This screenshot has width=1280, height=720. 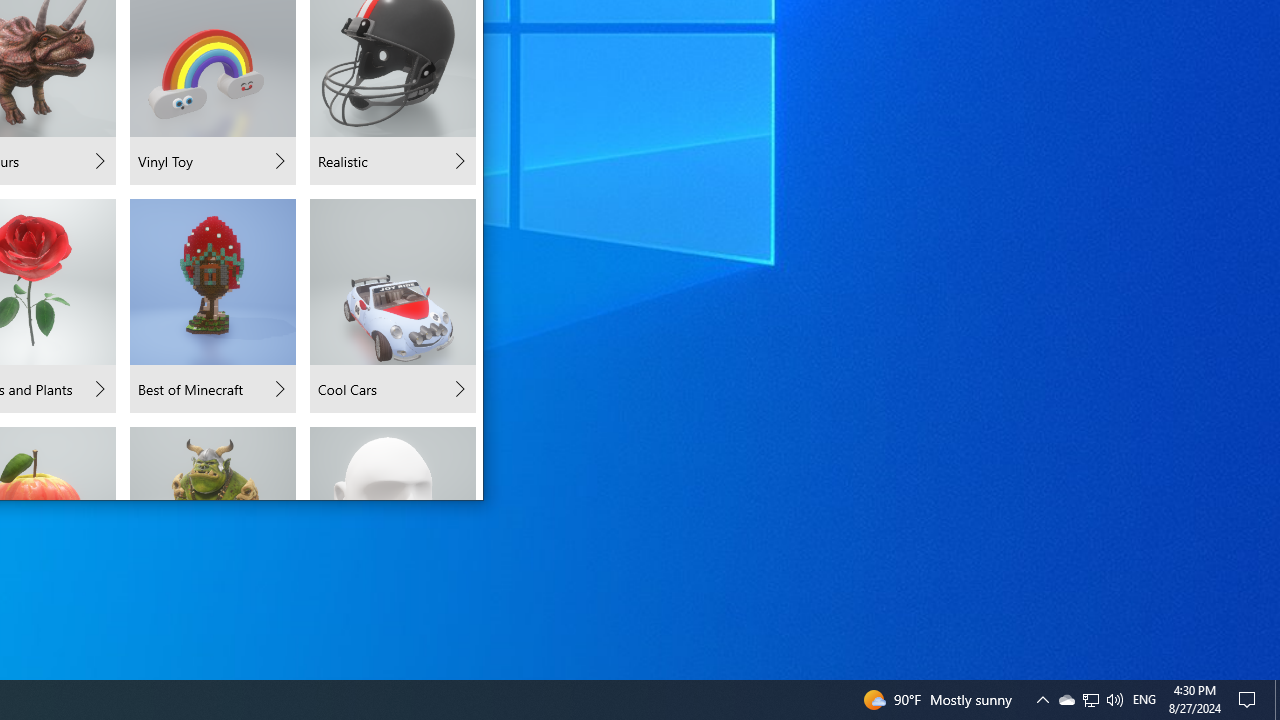 What do you see at coordinates (213, 462) in the screenshot?
I see `'Characters'` at bounding box center [213, 462].